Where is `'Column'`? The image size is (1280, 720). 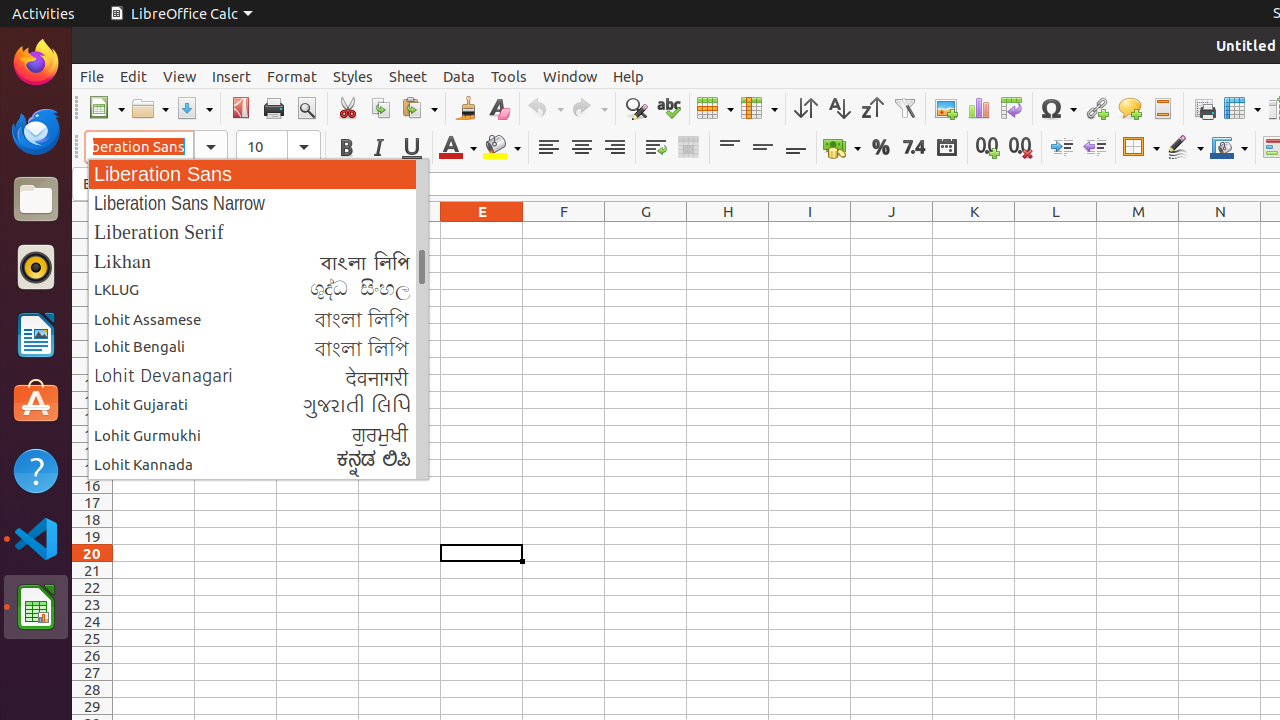
'Column' is located at coordinates (758, 108).